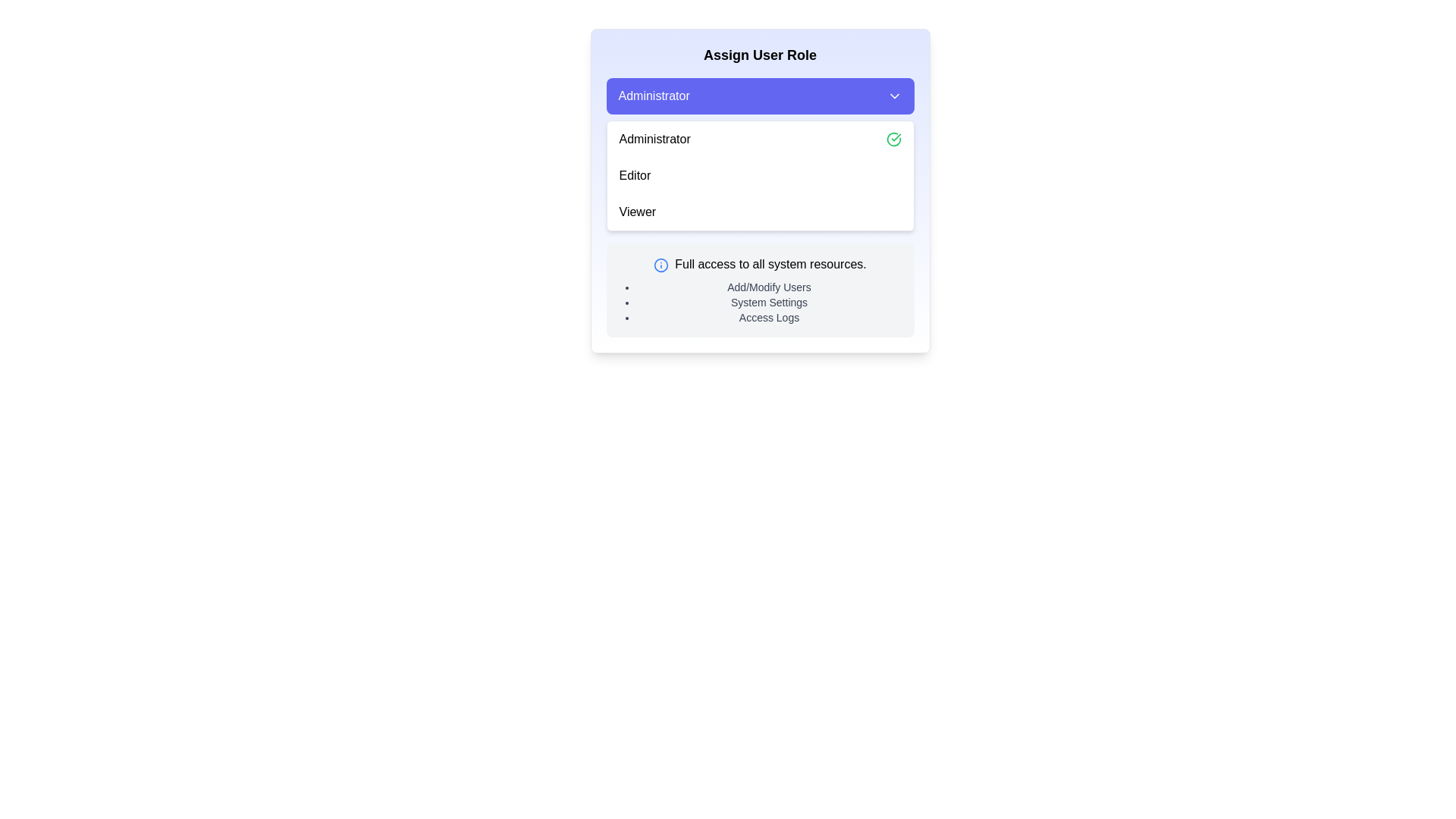  Describe the element at coordinates (894, 96) in the screenshot. I see `the downward chevron icon located at the top-right corner of the 'Administrator' box` at that location.